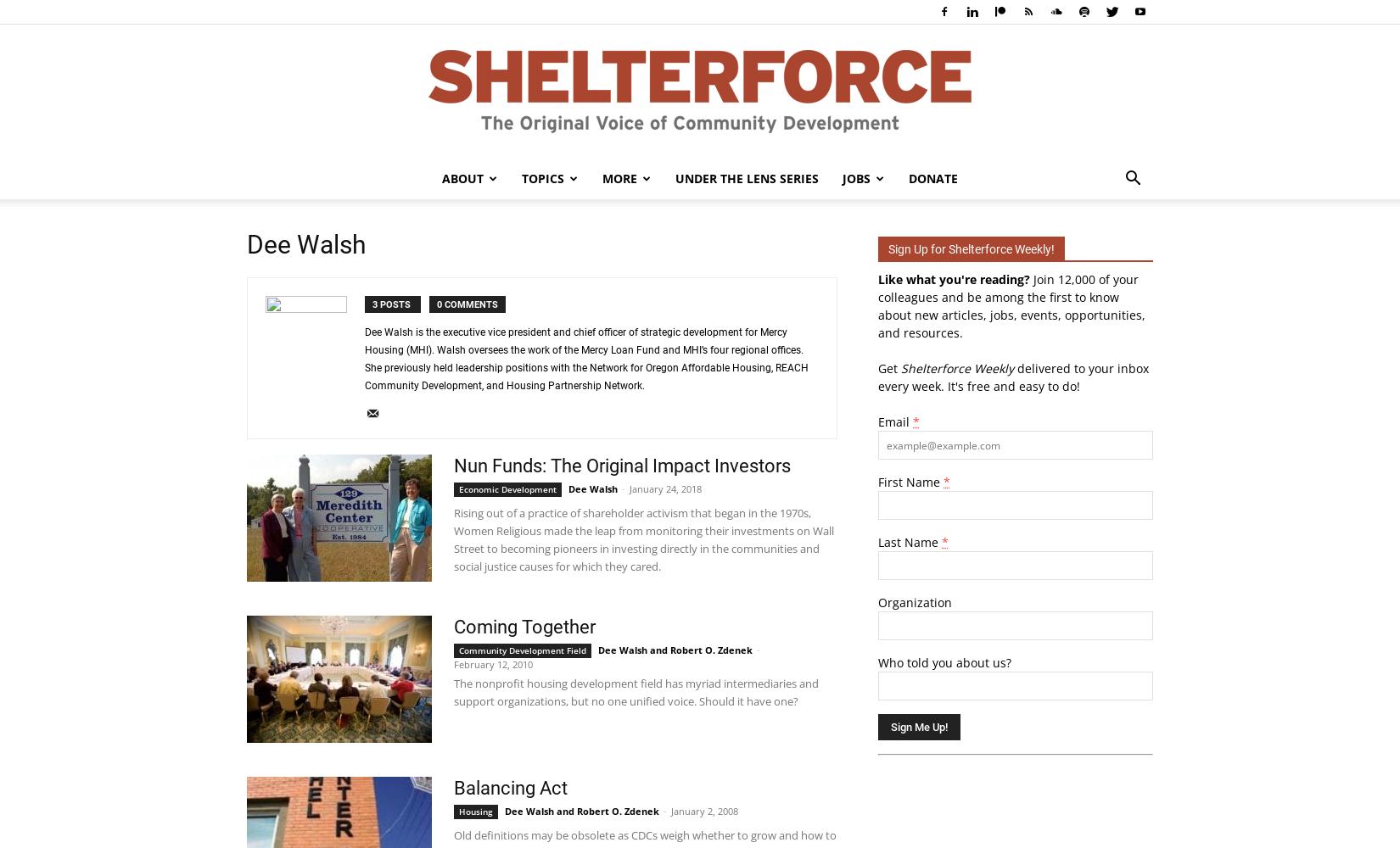  What do you see at coordinates (475, 811) in the screenshot?
I see `'Housing'` at bounding box center [475, 811].